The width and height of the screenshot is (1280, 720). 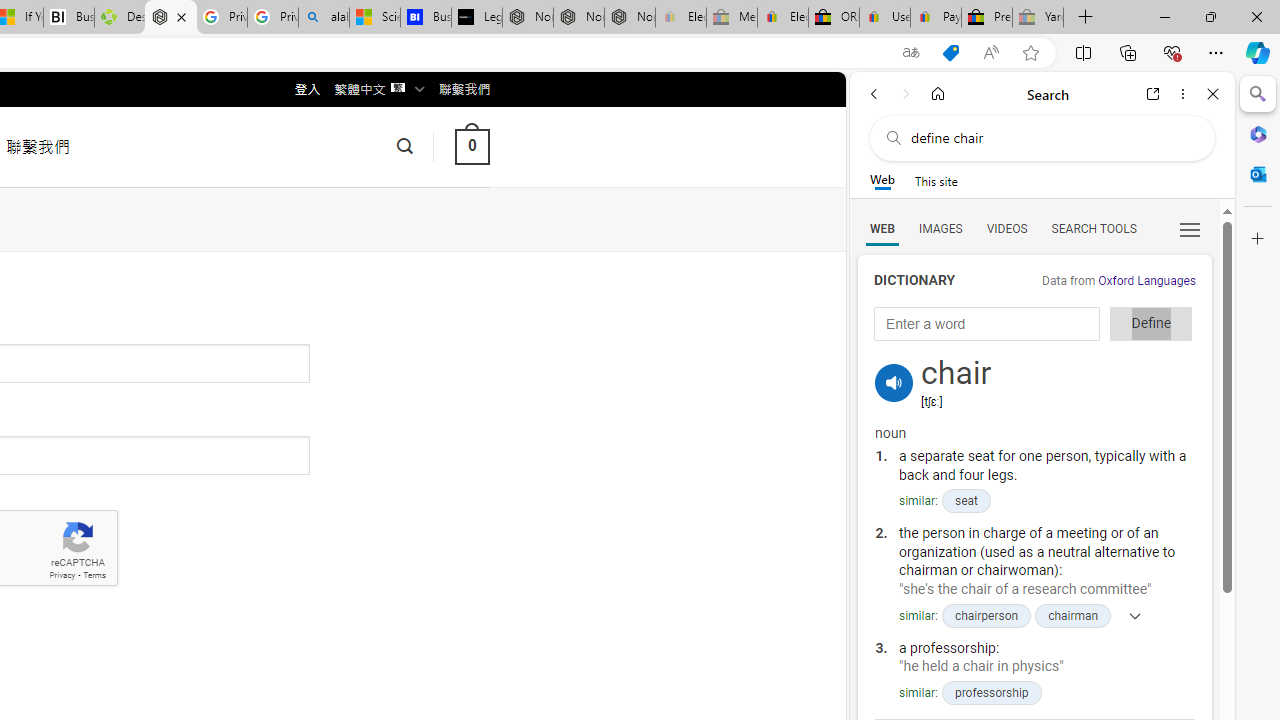 I want to click on 'Terms', so click(x=93, y=575).